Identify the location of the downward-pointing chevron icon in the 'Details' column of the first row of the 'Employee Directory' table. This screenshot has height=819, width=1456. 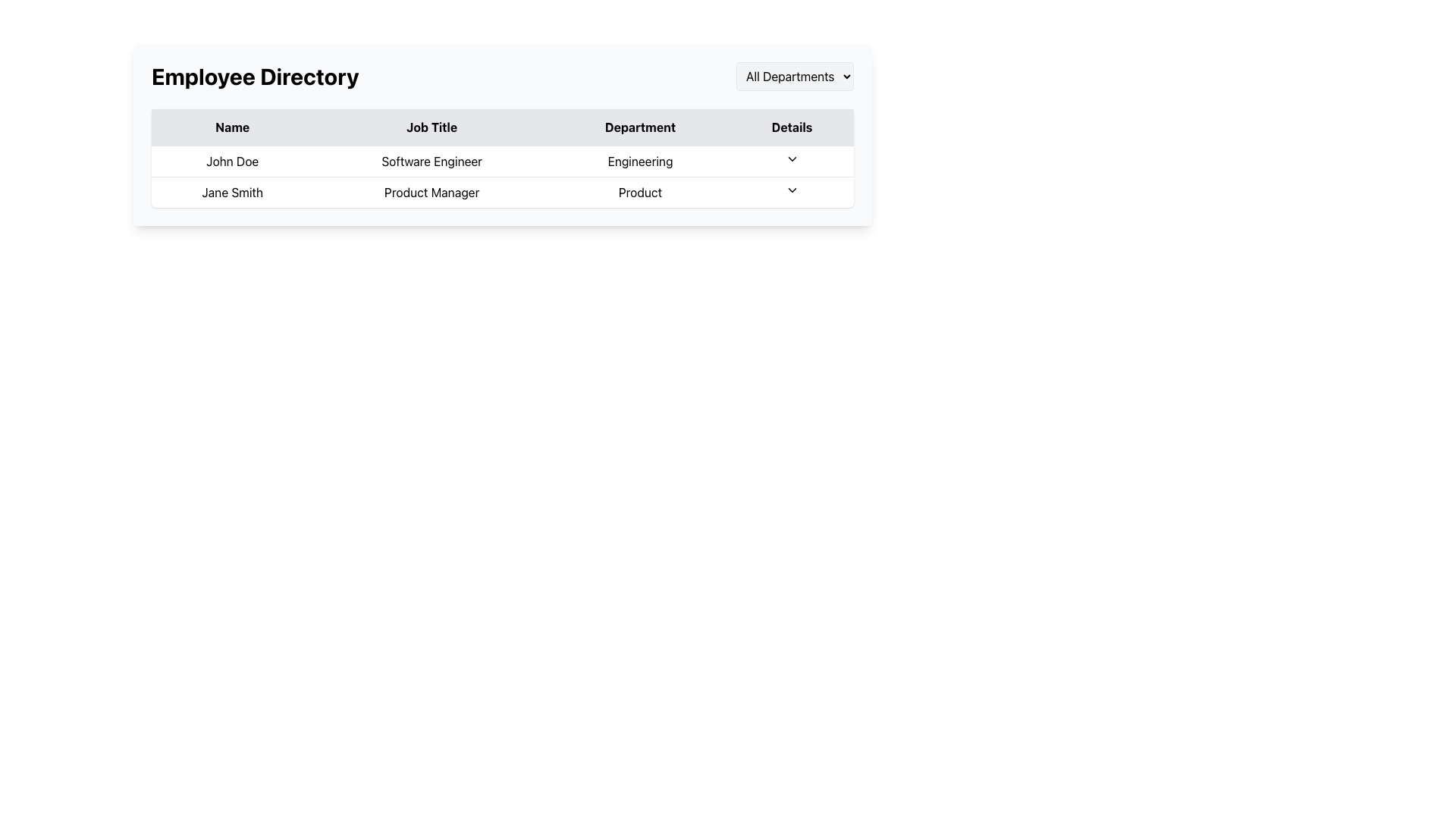
(791, 158).